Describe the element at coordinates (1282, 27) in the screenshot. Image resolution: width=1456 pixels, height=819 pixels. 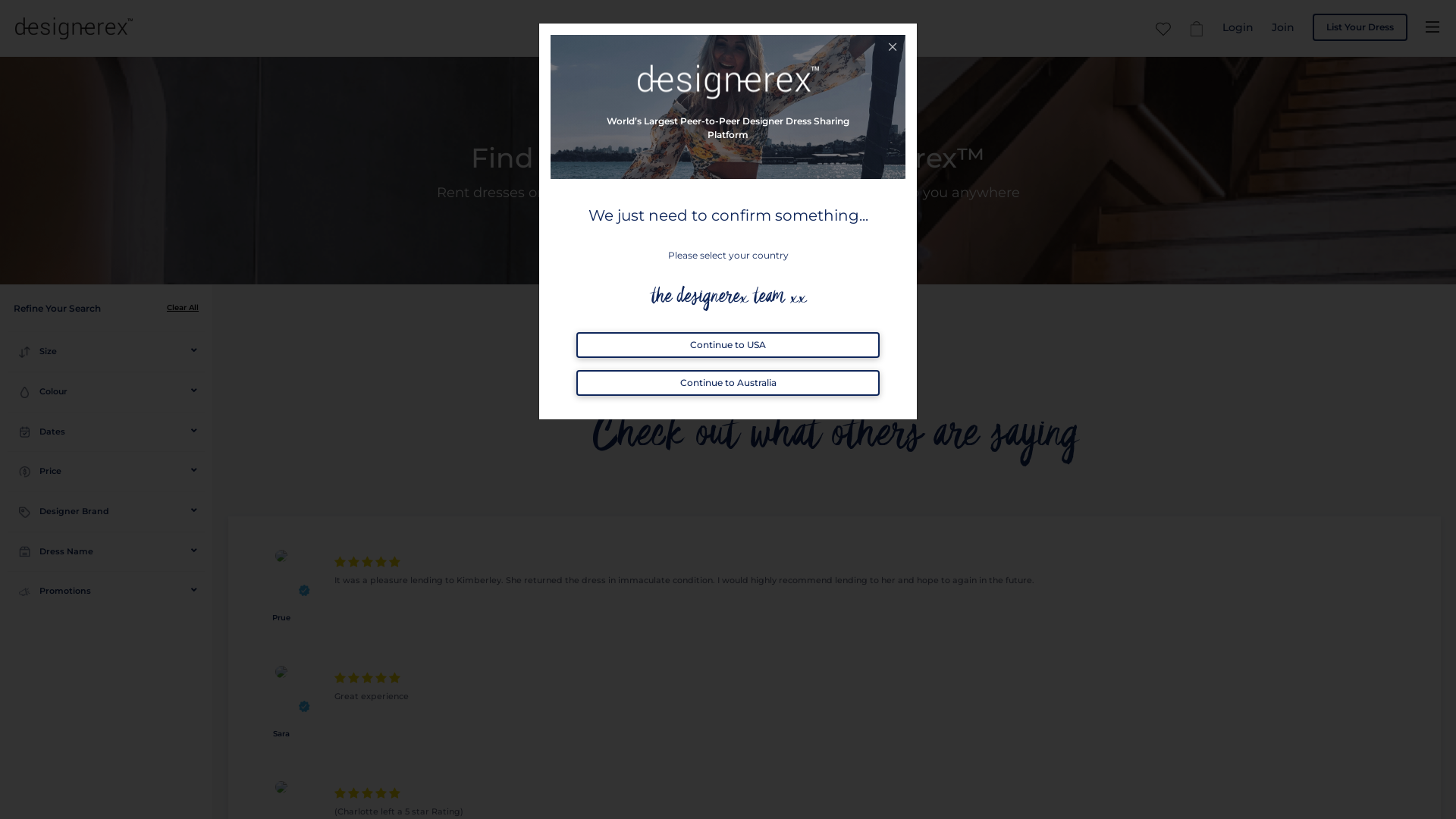
I see `'Join'` at that location.